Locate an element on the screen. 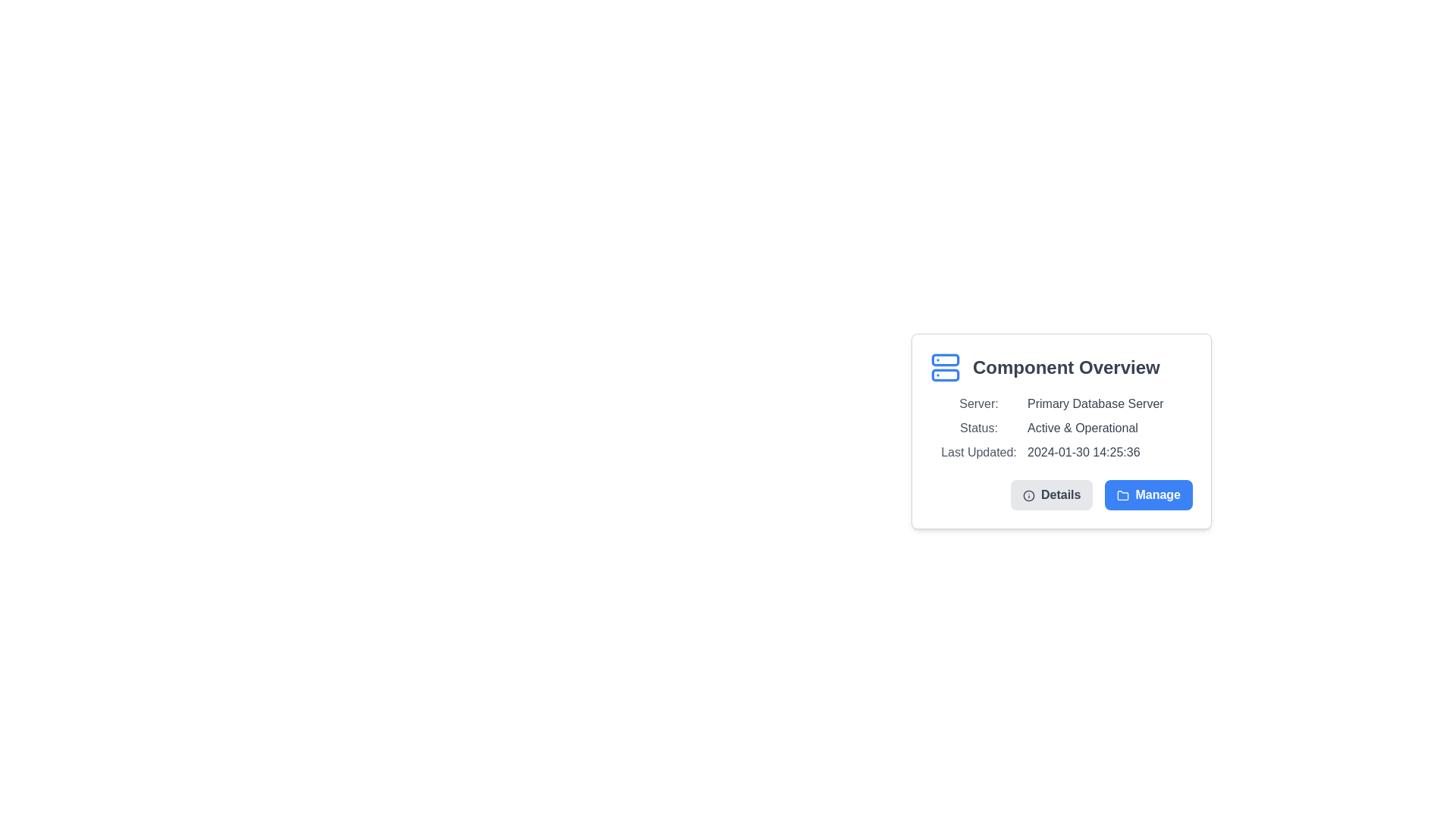 Image resolution: width=1456 pixels, height=819 pixels. the circular graphic element located in the 'Component Overview' card, which is a filled circle with a thin outer ring, positioned at the top left of the interface is located at coordinates (1028, 495).